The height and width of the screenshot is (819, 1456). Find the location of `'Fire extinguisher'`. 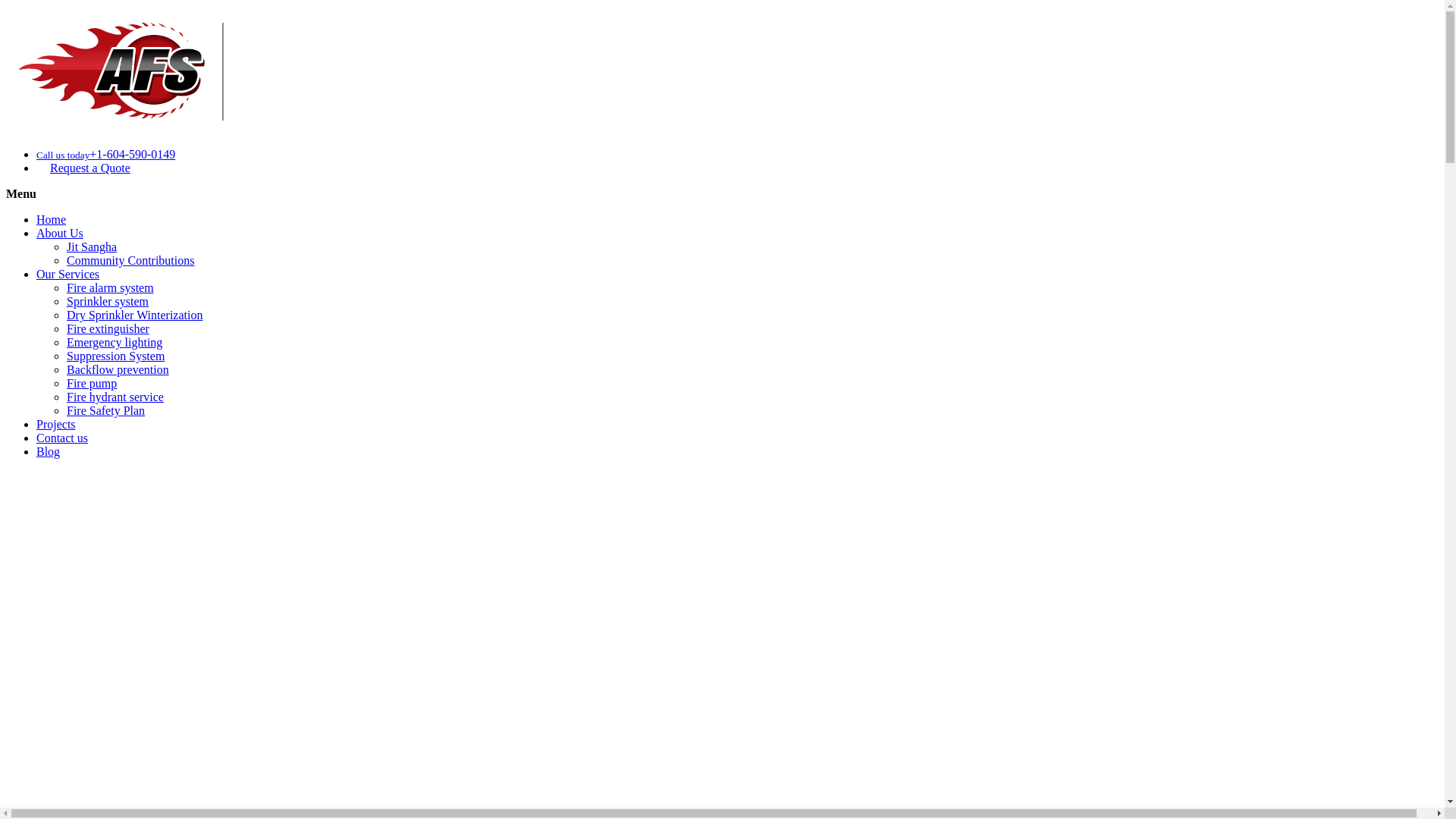

'Fire extinguisher' is located at coordinates (107, 328).